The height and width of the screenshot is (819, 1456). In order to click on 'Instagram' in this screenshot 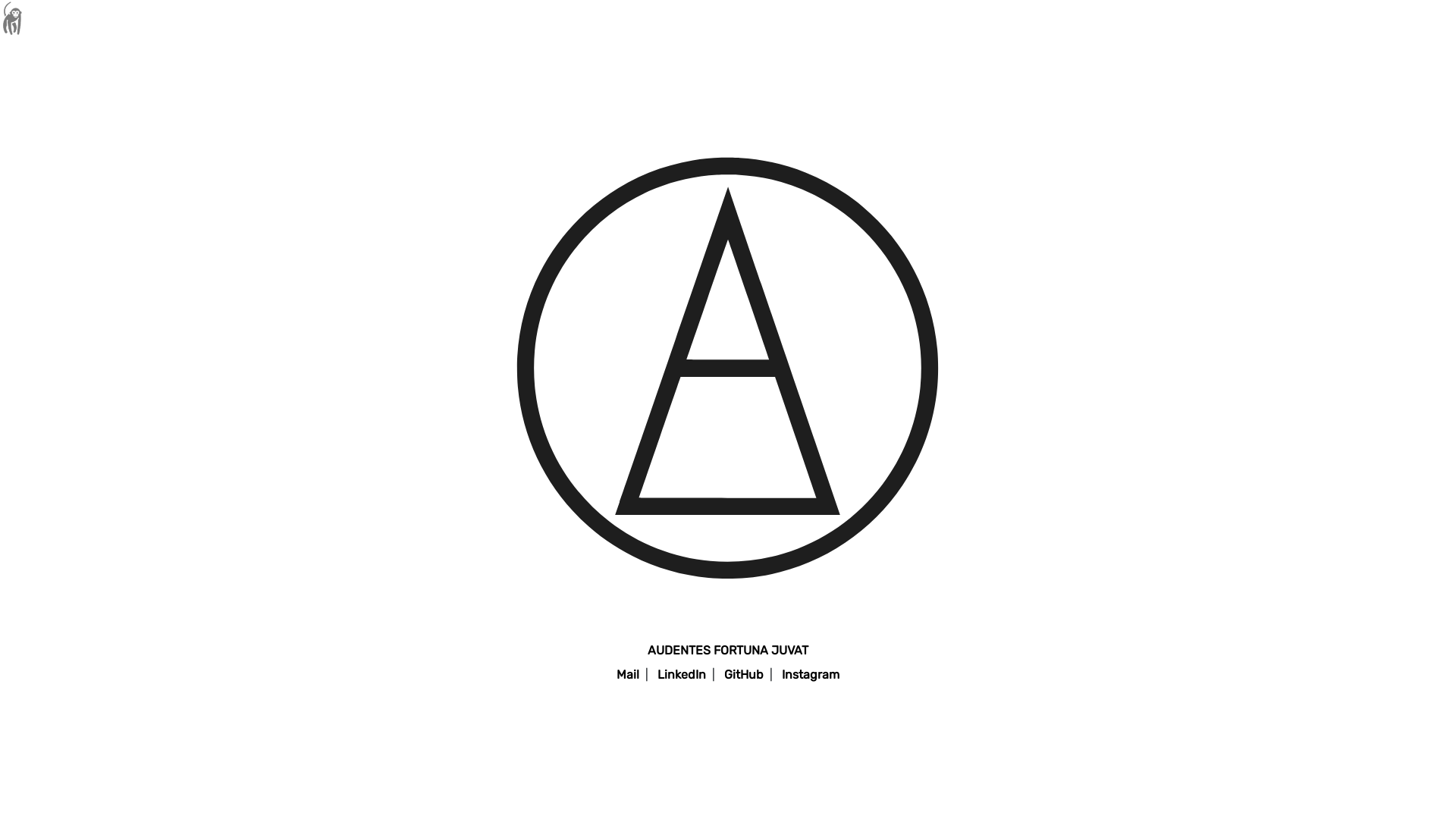, I will do `click(775, 673)`.